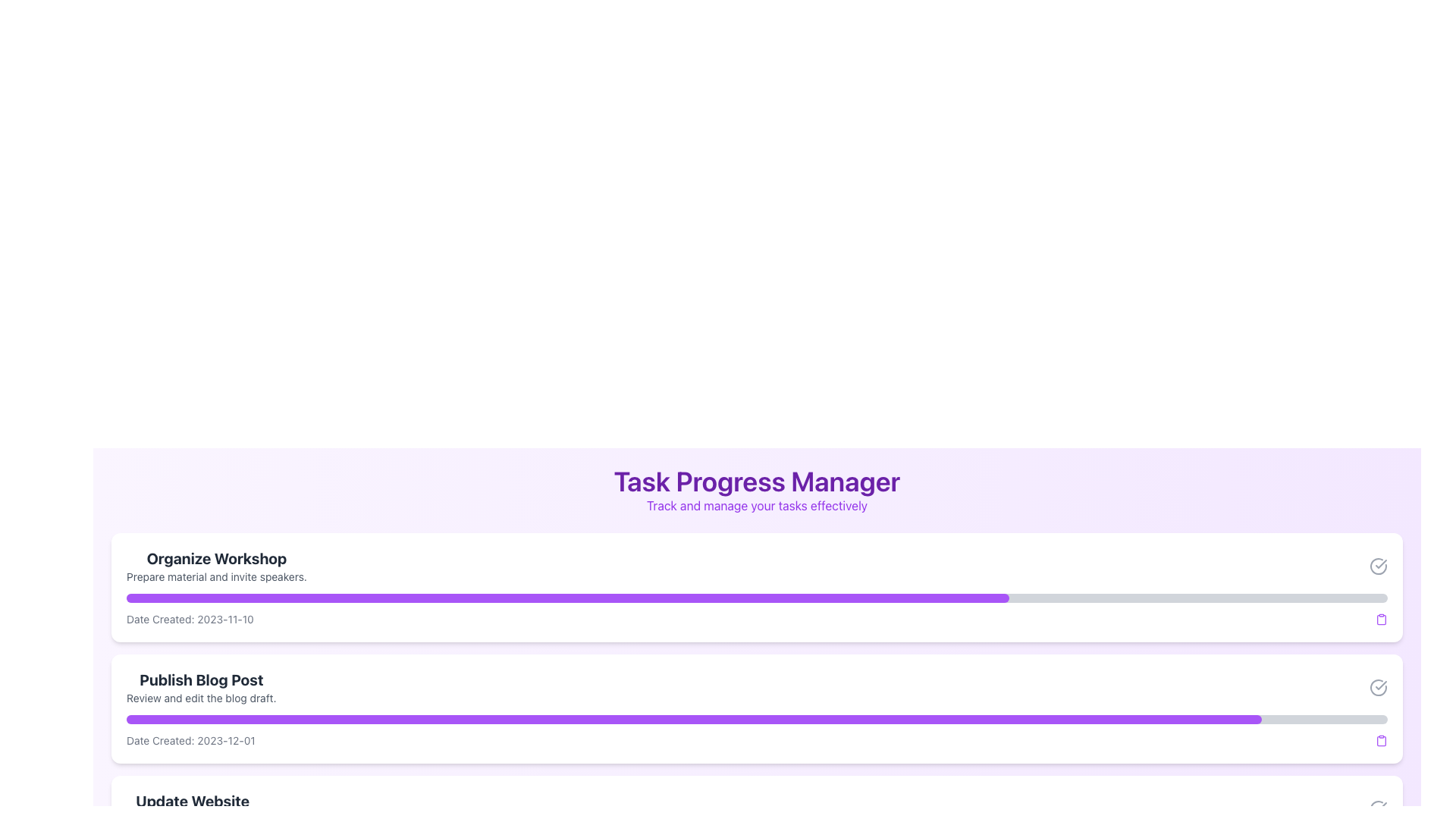 Image resolution: width=1456 pixels, height=819 pixels. Describe the element at coordinates (757, 687) in the screenshot. I see `the textual information display that provides the title and subtitle for publishing a blog post, which is the second task card in the vertical list` at that location.